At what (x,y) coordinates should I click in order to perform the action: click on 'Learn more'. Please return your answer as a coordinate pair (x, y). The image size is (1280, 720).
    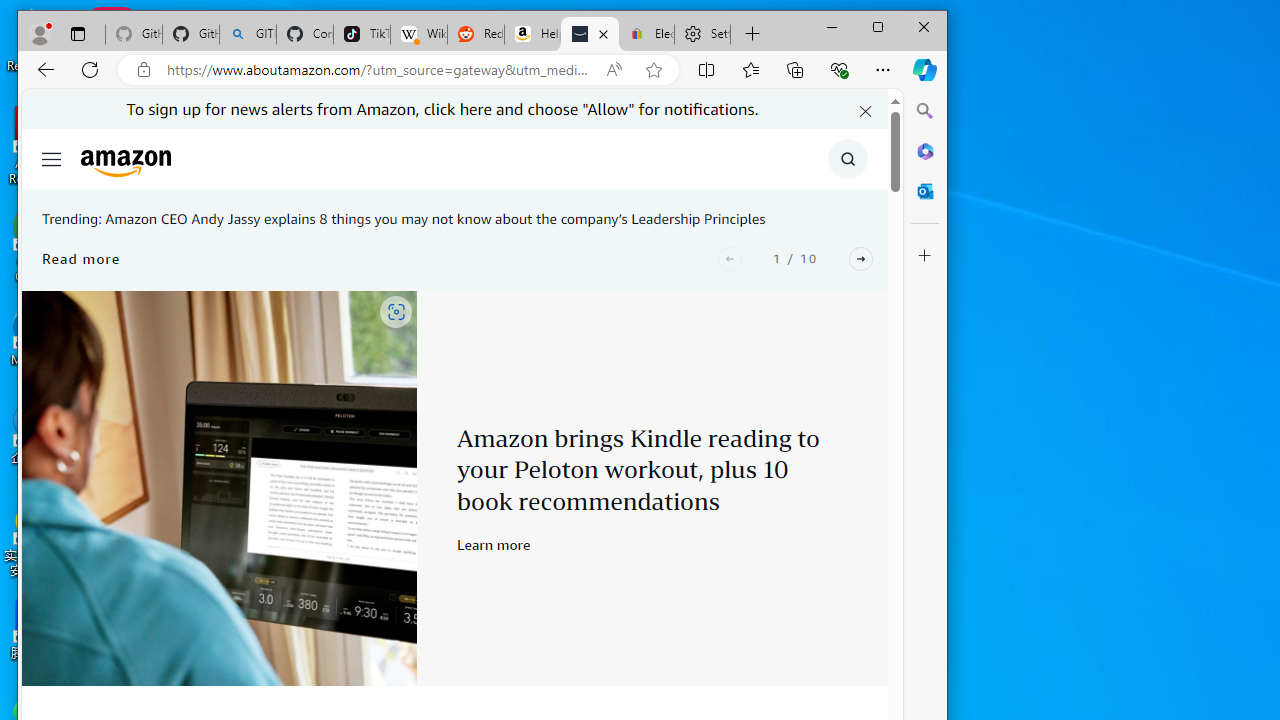
    Looking at the image, I should click on (494, 544).